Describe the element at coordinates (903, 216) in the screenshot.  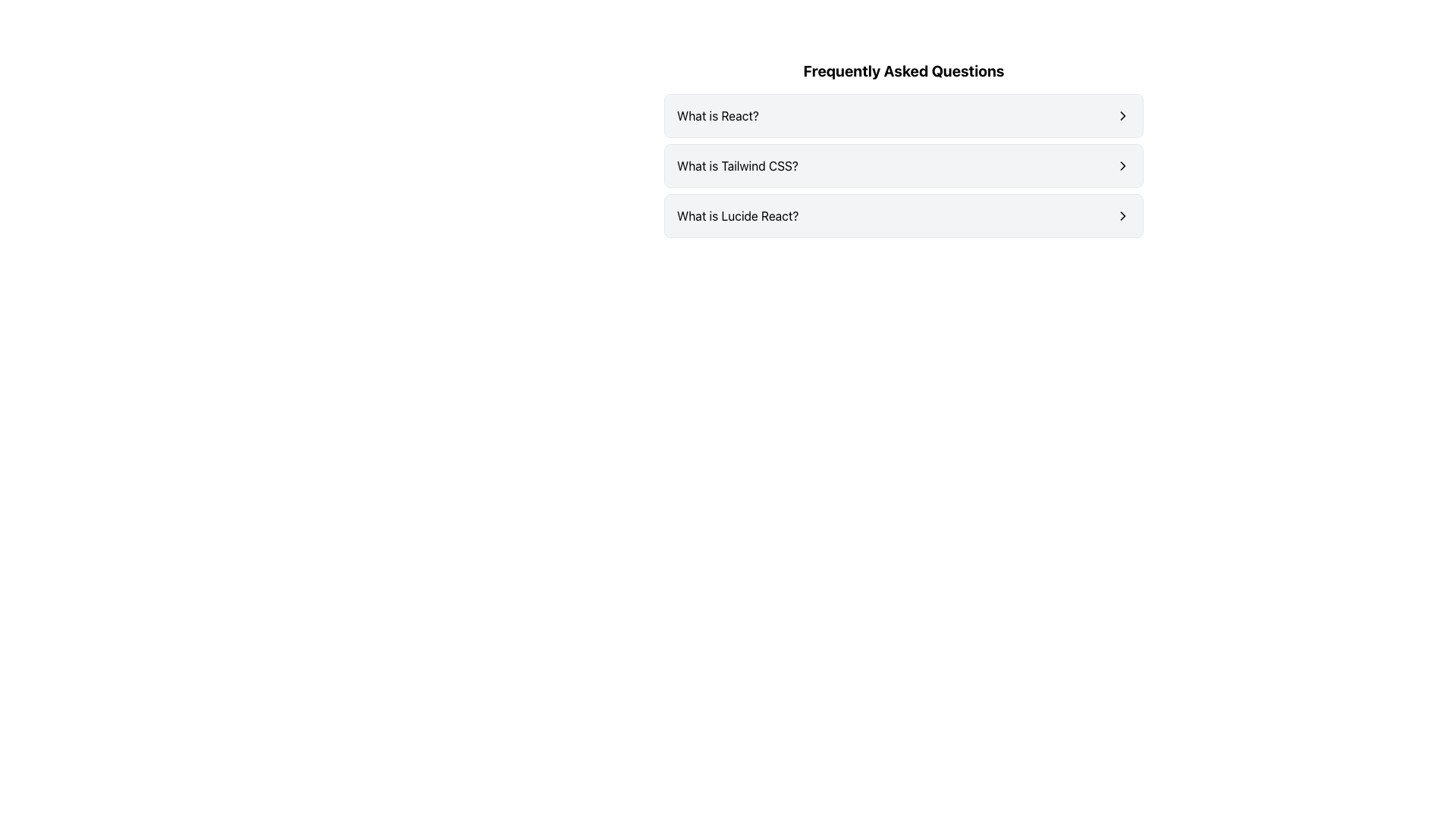
I see `the third button in the vertical stack` at that location.